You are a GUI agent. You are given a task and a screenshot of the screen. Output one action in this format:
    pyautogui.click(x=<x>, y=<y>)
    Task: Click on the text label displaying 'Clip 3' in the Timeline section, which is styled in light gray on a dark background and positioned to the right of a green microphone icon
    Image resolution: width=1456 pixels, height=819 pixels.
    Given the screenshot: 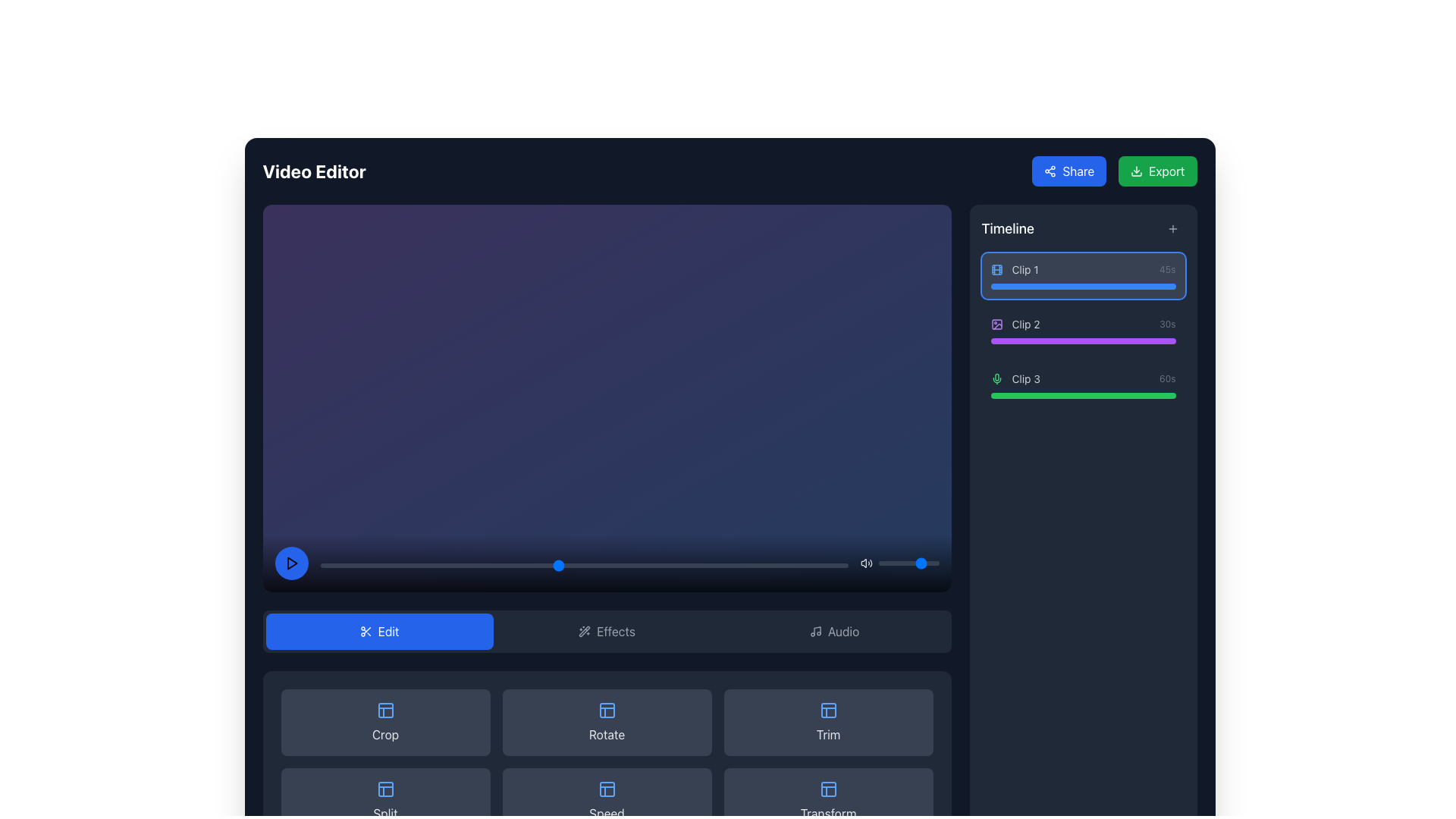 What is the action you would take?
    pyautogui.click(x=1026, y=378)
    